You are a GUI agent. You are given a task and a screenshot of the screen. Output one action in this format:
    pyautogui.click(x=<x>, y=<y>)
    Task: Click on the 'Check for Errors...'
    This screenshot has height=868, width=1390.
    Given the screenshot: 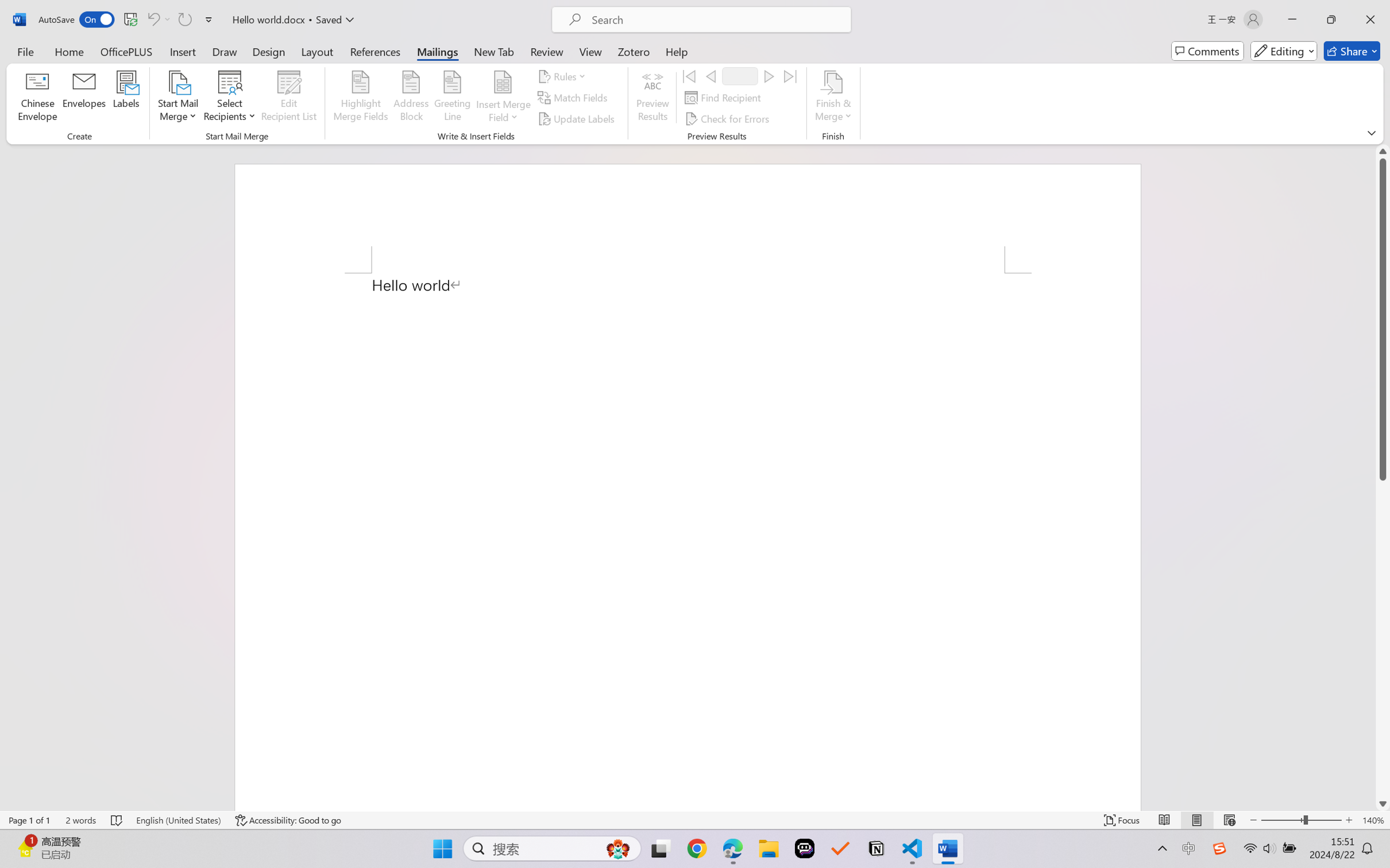 What is the action you would take?
    pyautogui.click(x=729, y=119)
    